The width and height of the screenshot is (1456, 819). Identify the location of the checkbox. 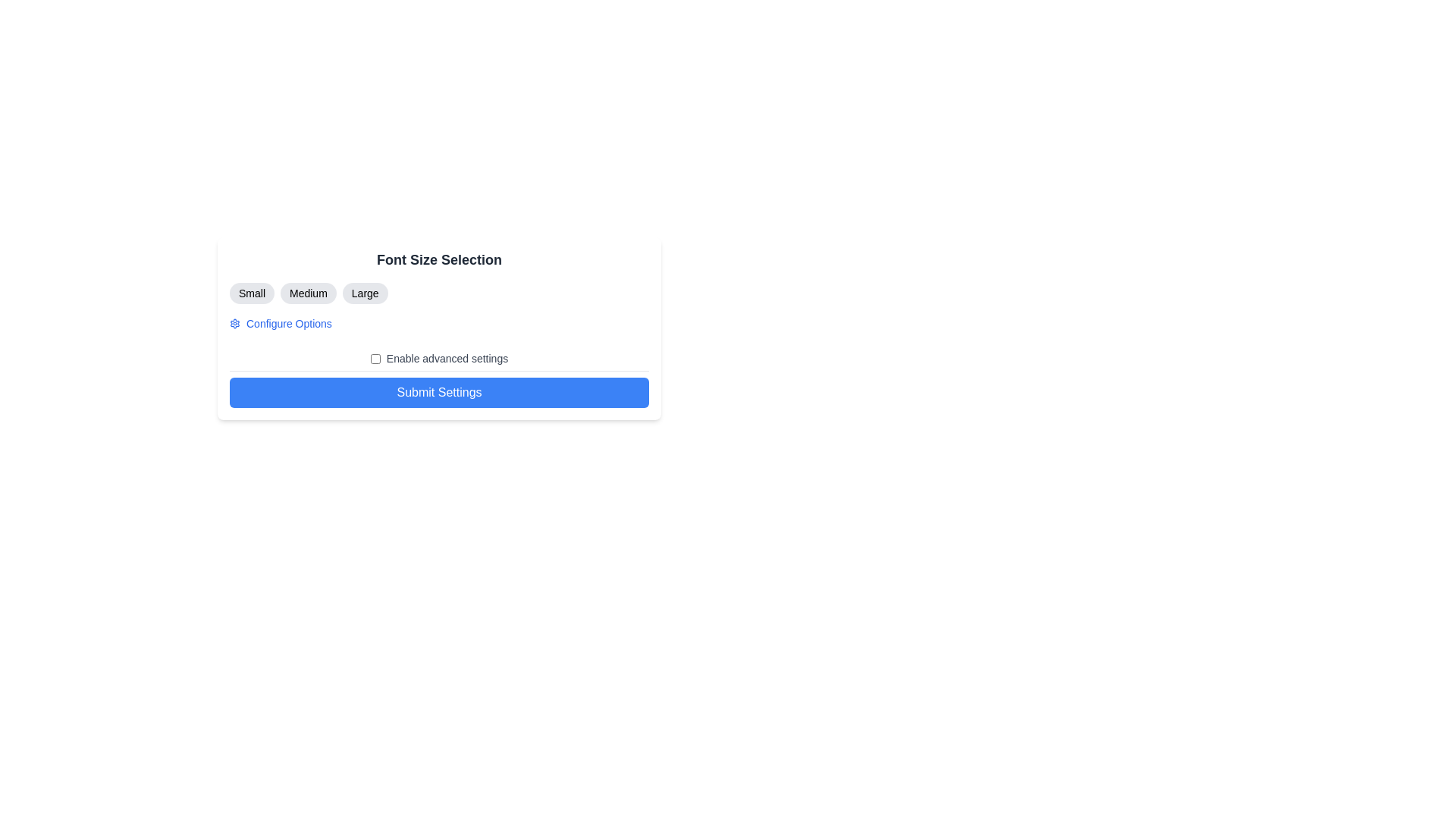
(375, 359).